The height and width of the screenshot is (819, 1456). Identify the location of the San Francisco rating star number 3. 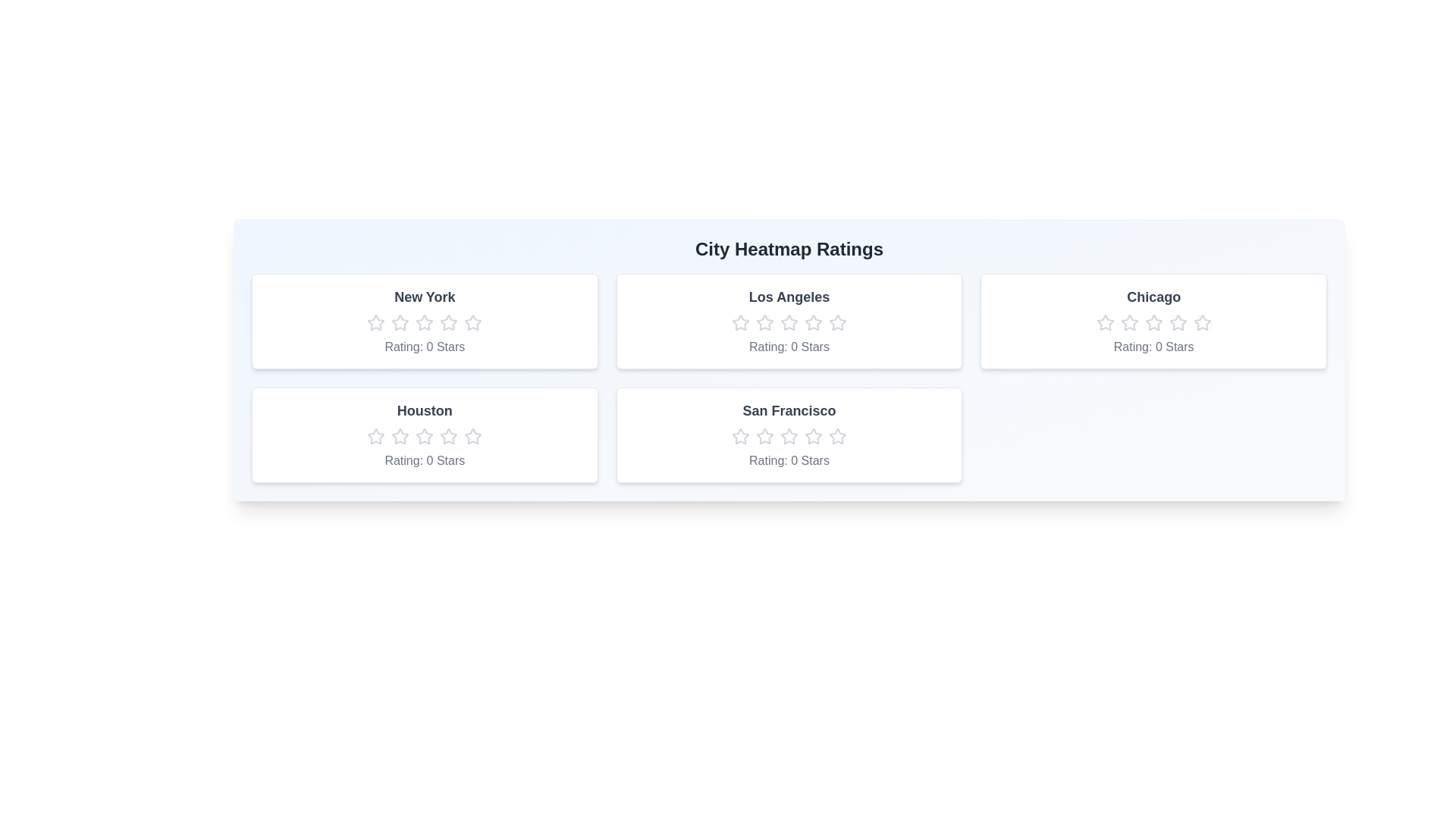
(789, 436).